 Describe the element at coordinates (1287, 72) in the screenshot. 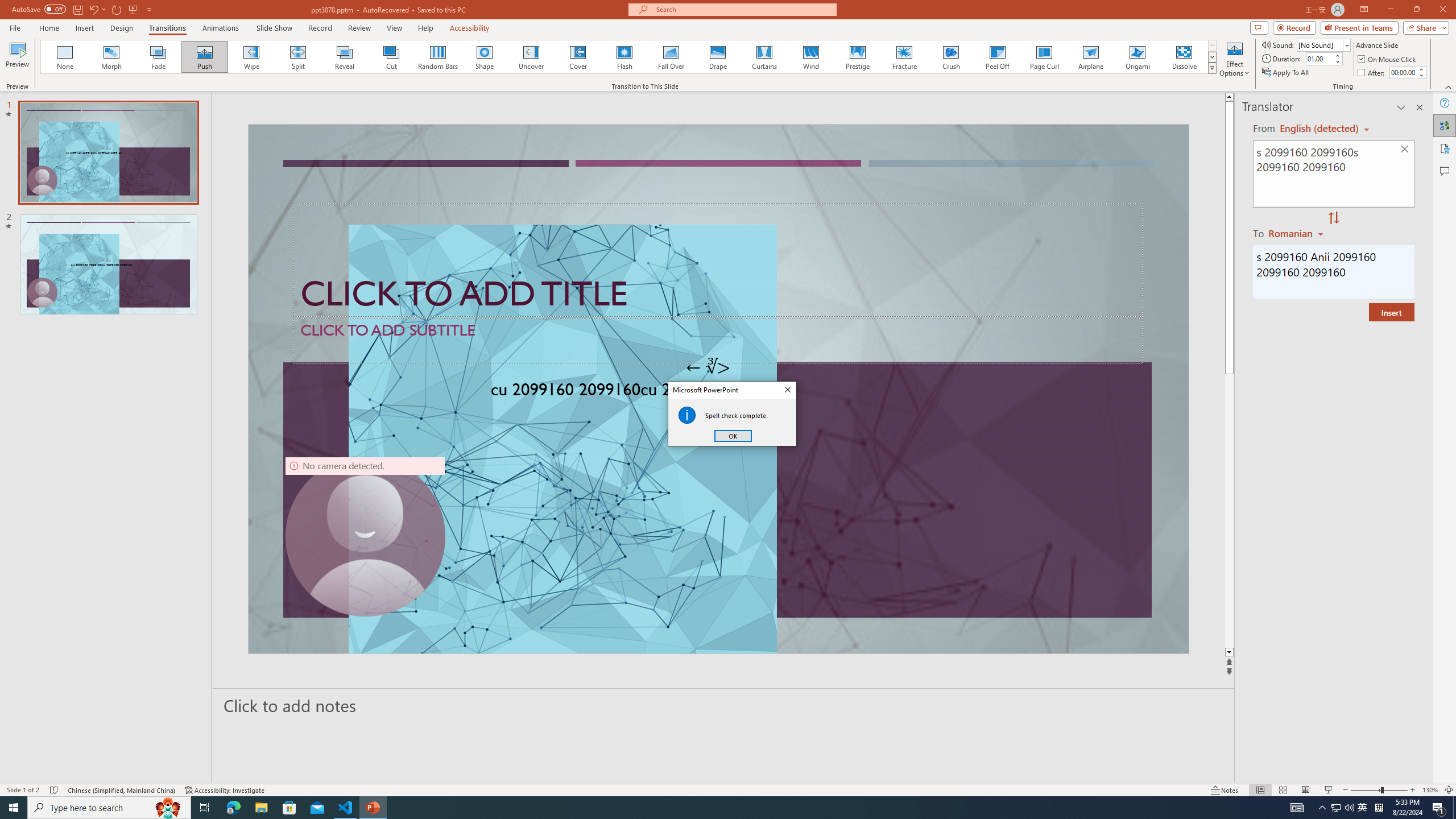

I see `'Apply To All'` at that location.